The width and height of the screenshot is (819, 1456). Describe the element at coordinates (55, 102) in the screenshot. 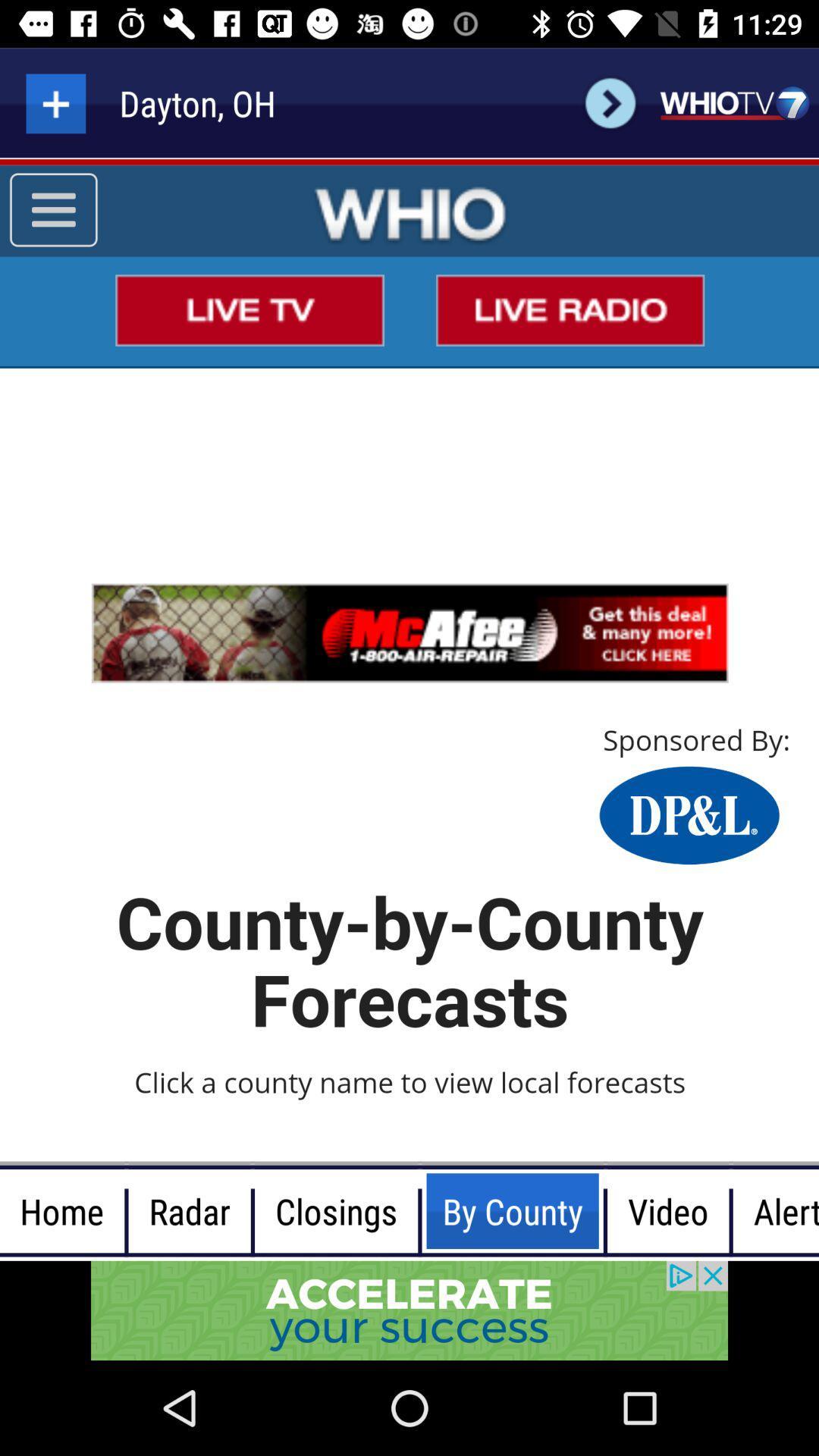

I see `the add icon` at that location.